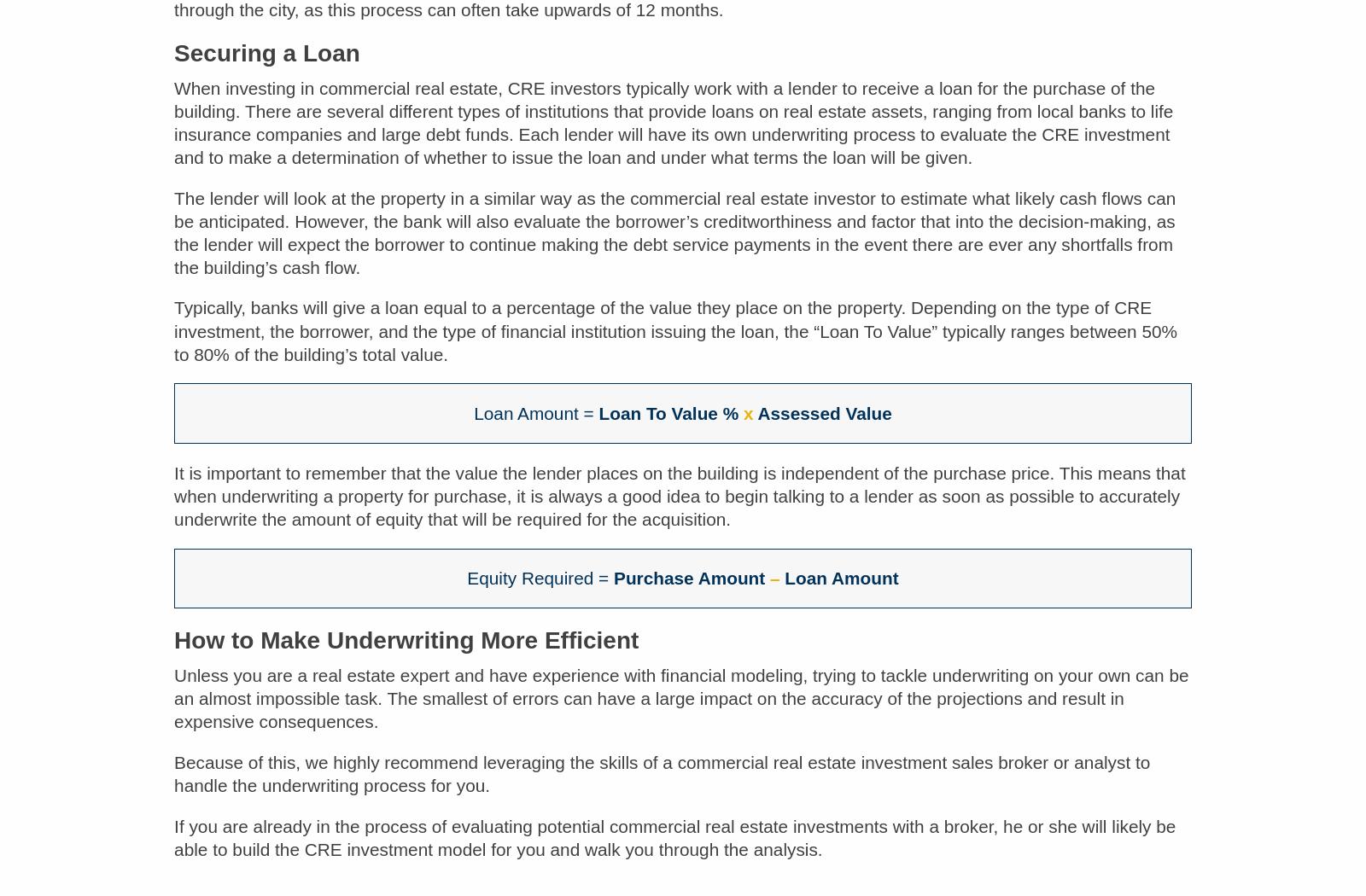  I want to click on 'Unless you are a real estate expert and have experience with financial modeling, trying to tackle underwriting on your own can be an almost impossible task. The smallest of errors can have a large impact on the accuracy of the projections and result in expensive consequences.', so click(681, 710).